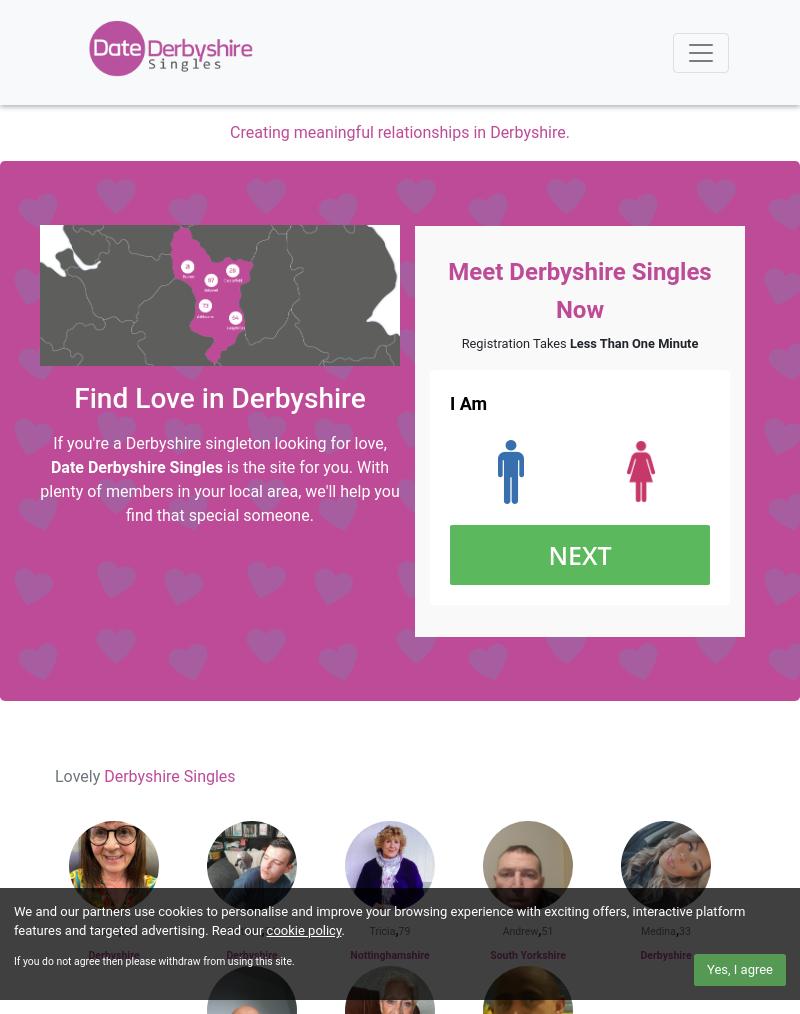  Describe the element at coordinates (500, 930) in the screenshot. I see `'Andrew'` at that location.